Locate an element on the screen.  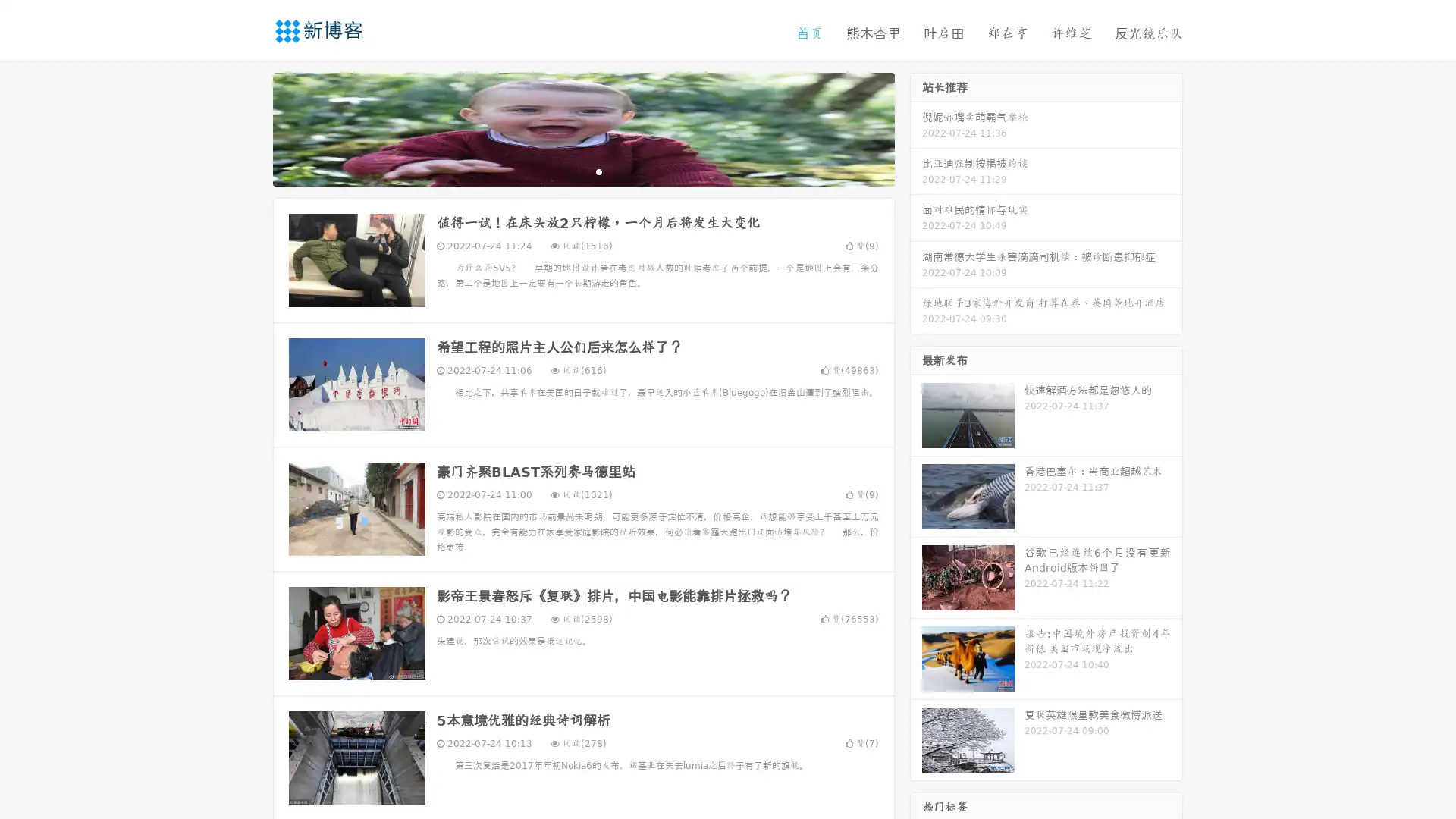
Next slide is located at coordinates (916, 127).